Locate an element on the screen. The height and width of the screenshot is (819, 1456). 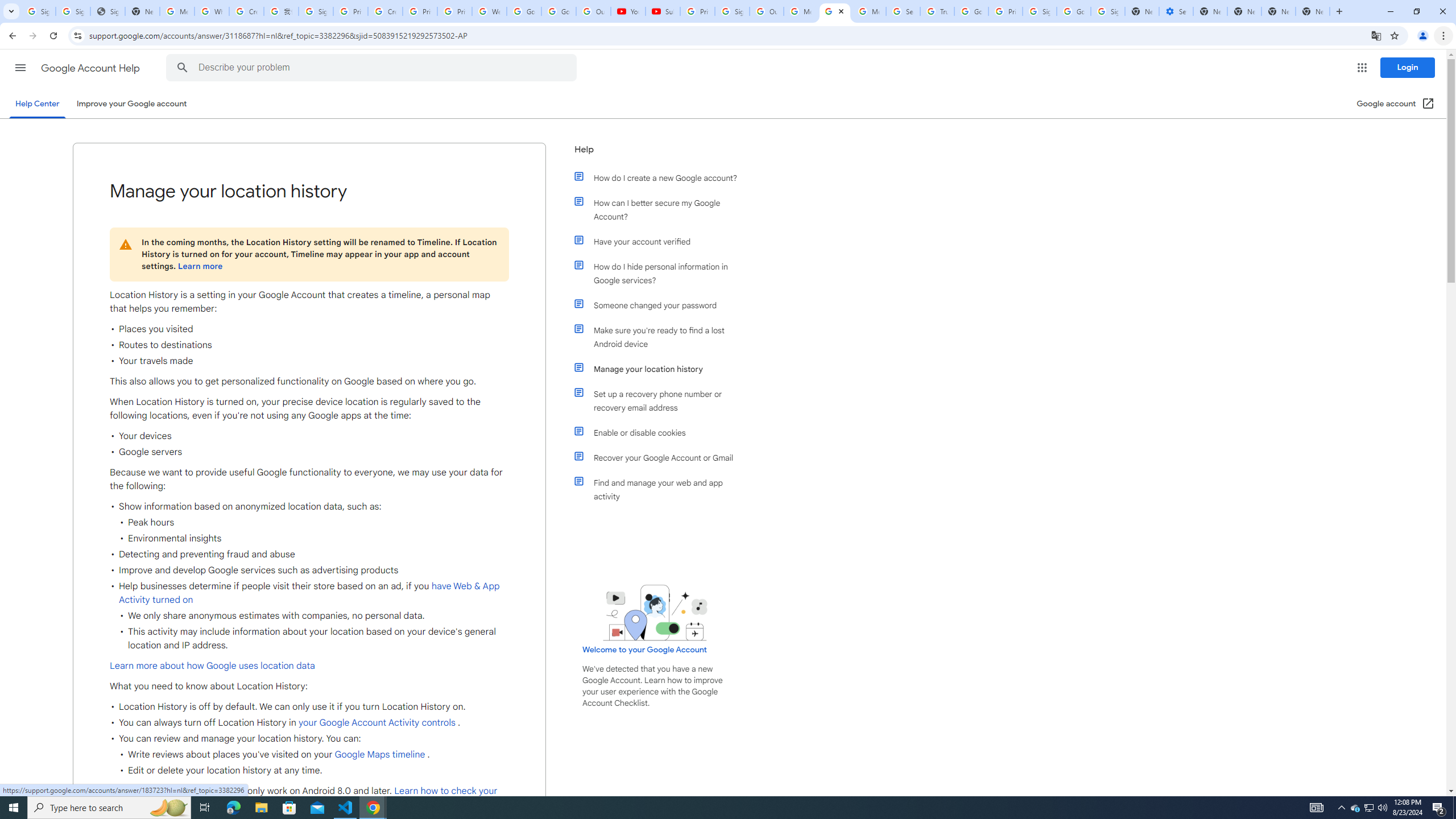
'have Web & App Activity turned on' is located at coordinates (309, 593).